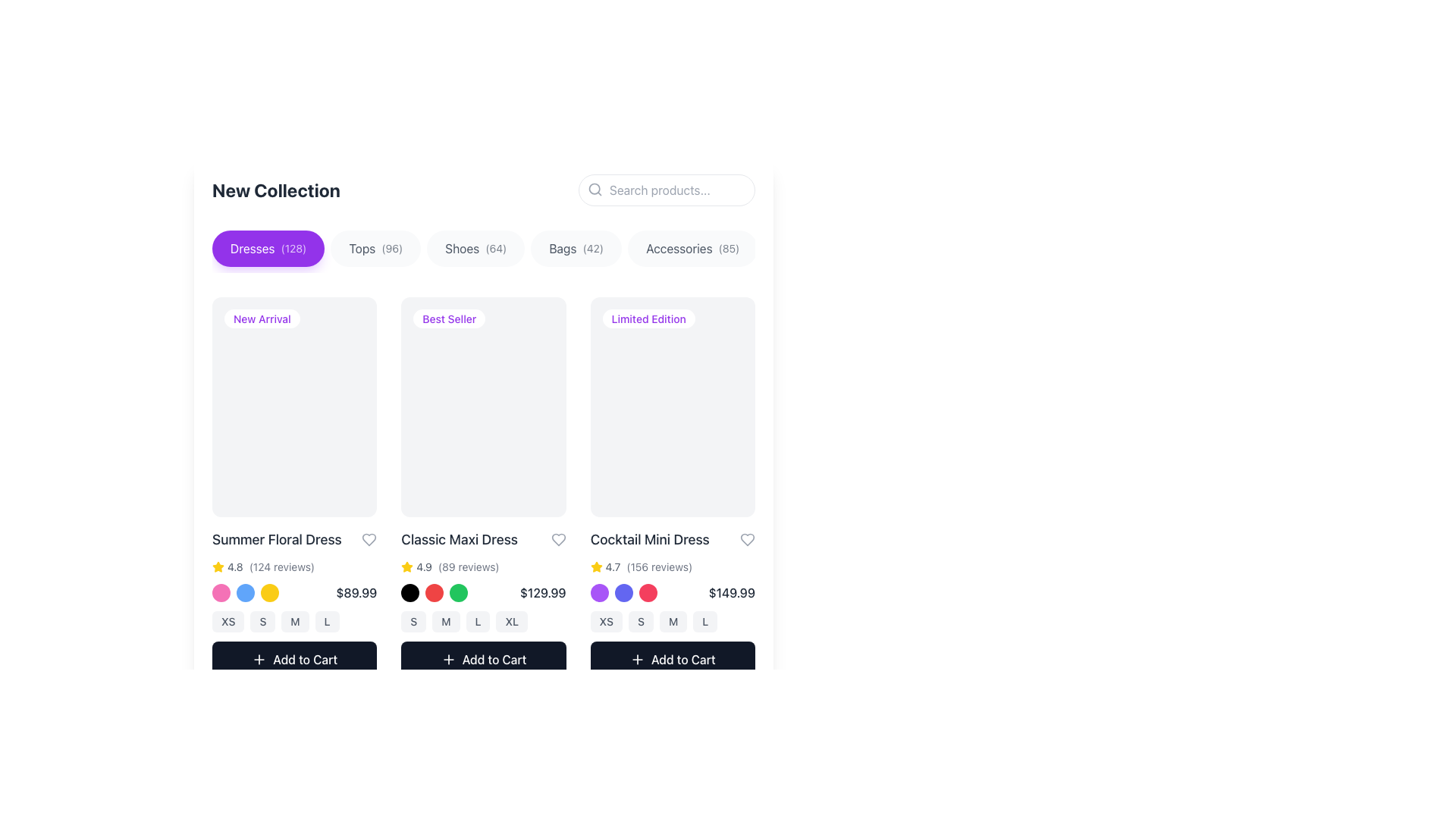 This screenshot has width=1456, height=819. Describe the element at coordinates (295, 621) in the screenshot. I see `the 'M' size selection button, which is the third button from the left in a group of four buttons labeled 'XS', 'S', 'M', and 'L'` at that location.